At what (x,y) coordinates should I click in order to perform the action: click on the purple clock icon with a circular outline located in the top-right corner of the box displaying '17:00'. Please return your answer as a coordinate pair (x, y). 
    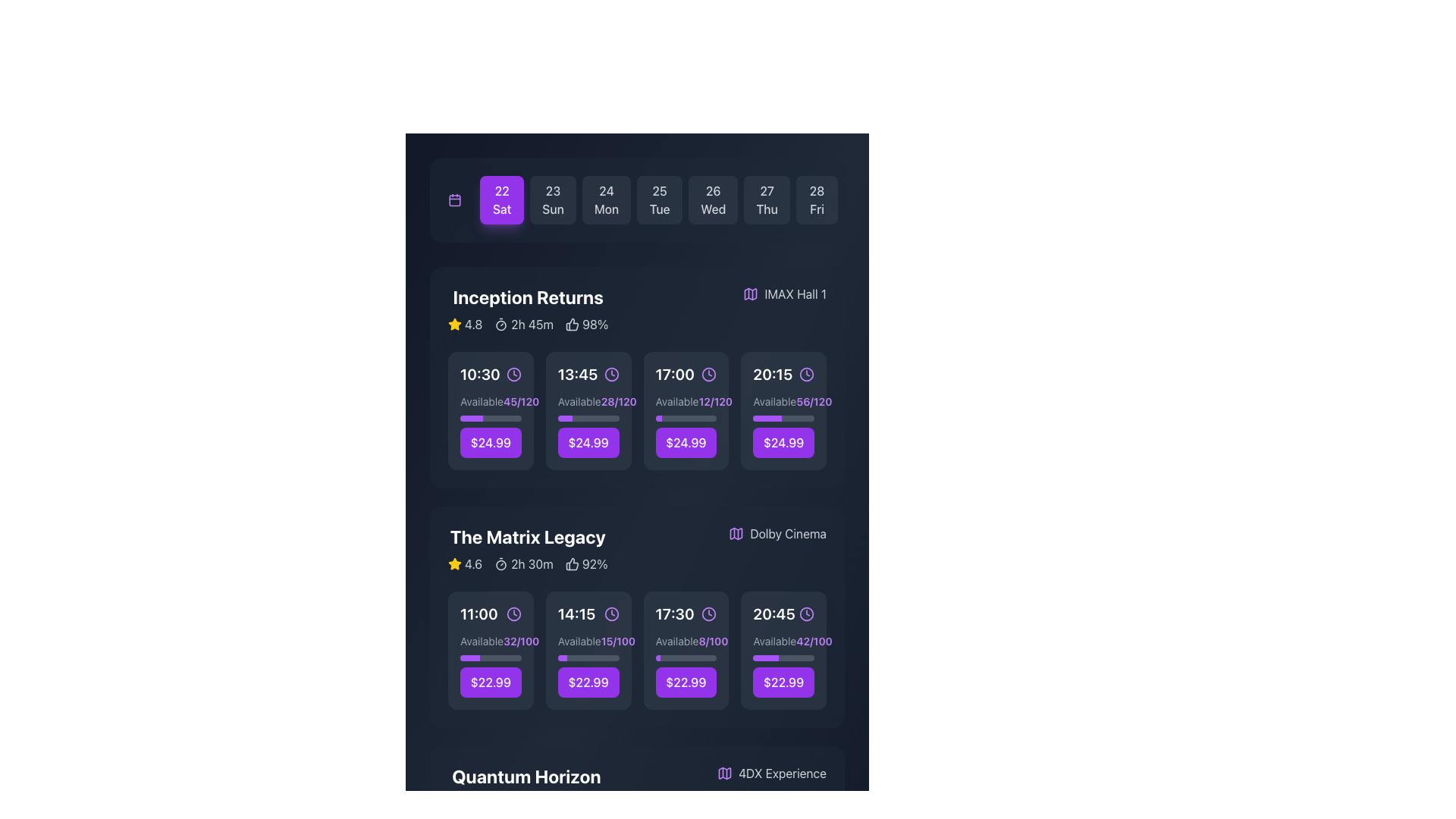
    Looking at the image, I should click on (708, 374).